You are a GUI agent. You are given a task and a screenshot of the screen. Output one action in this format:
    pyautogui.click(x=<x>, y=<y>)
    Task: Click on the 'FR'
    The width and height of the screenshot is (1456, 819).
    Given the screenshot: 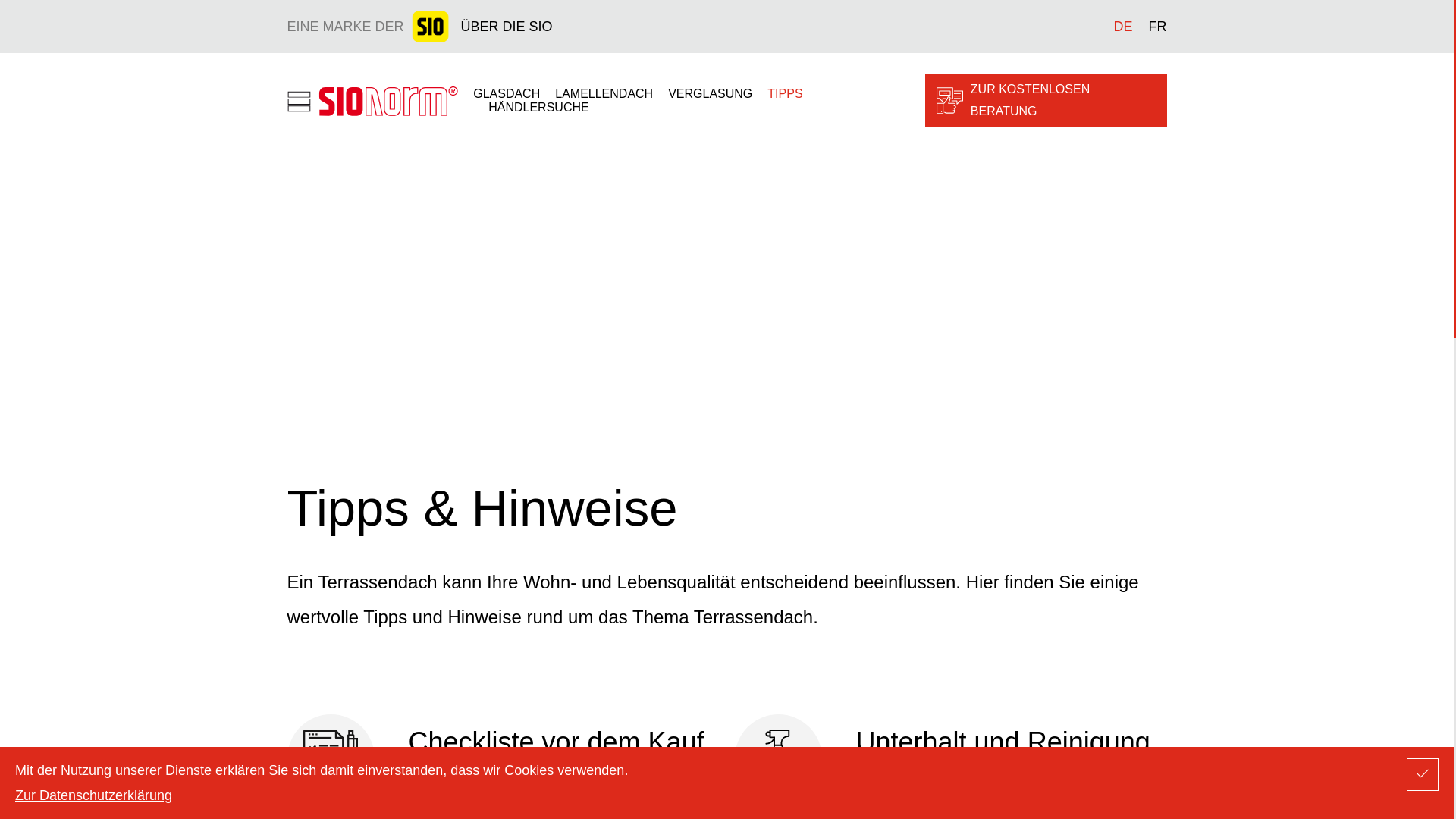 What is the action you would take?
    pyautogui.click(x=1153, y=26)
    